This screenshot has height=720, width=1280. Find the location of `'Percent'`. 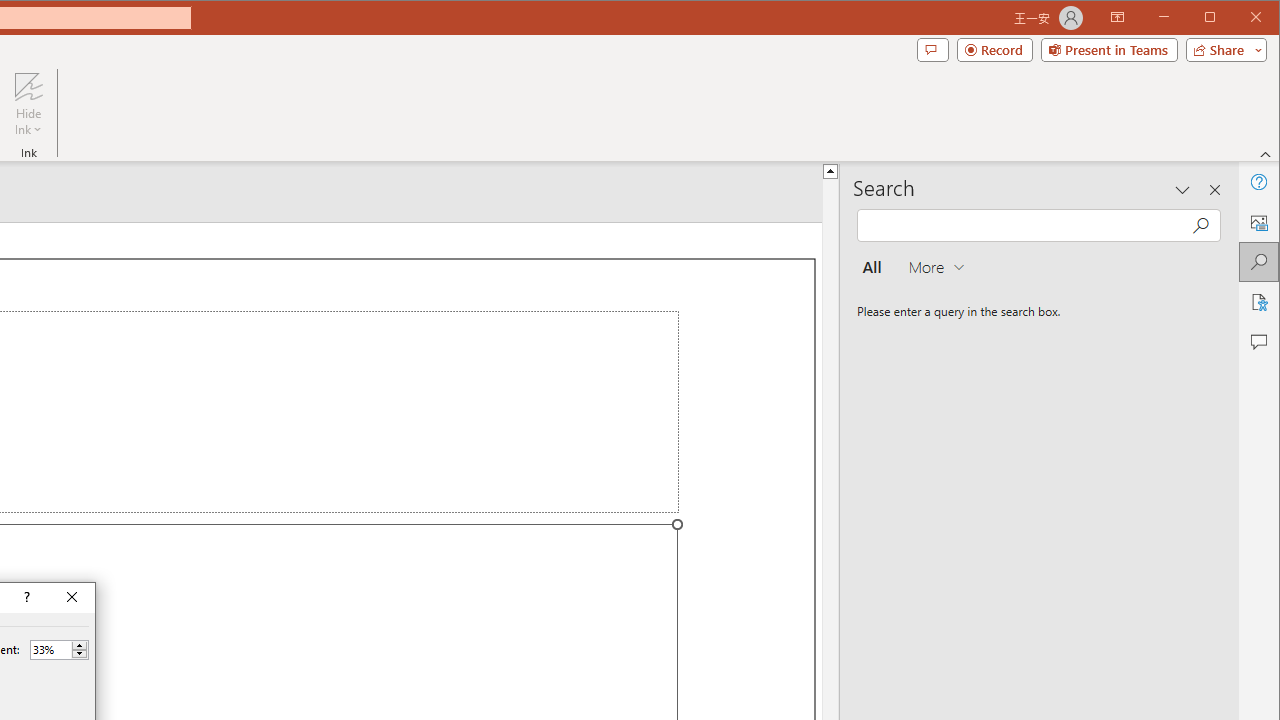

'Percent' is located at coordinates (59, 650).